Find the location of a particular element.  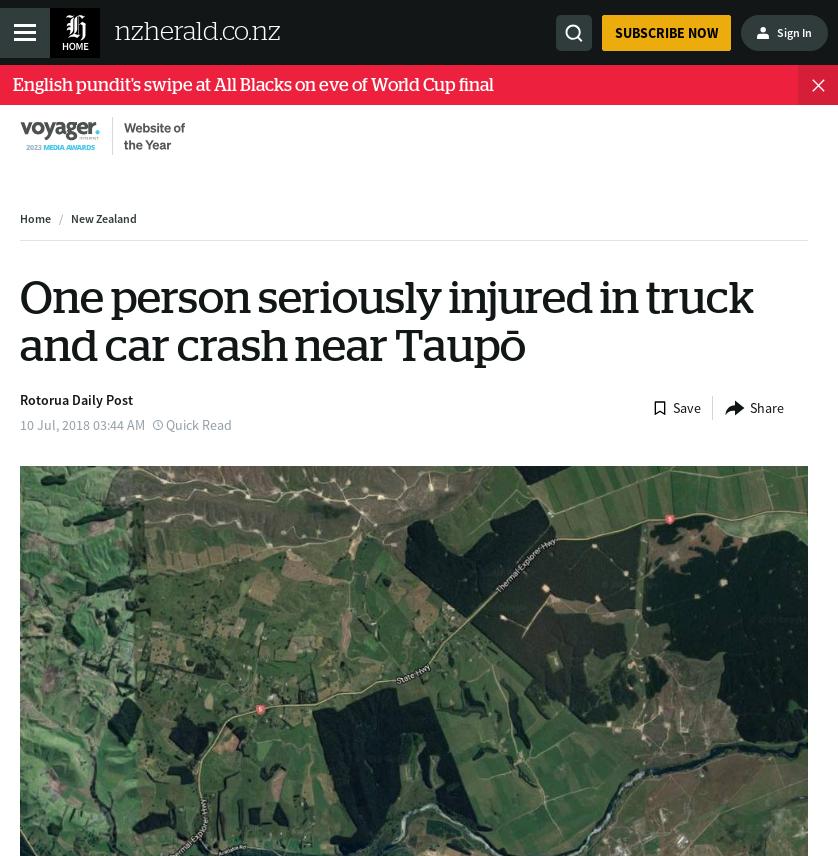

'New Zealand' is located at coordinates (70, 218).